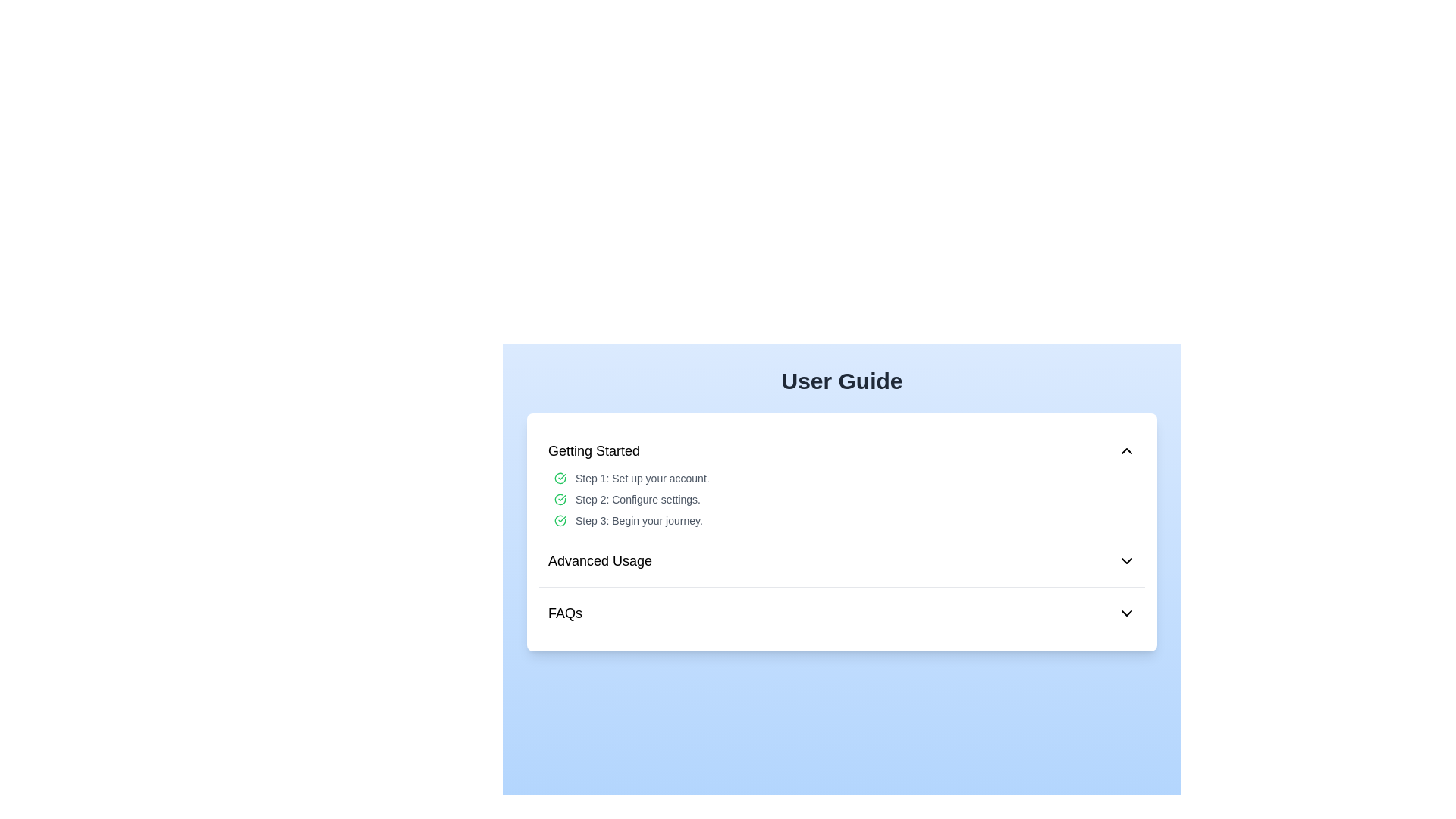 The width and height of the screenshot is (1456, 819). I want to click on the state or color of the completion icon located in the middle-left section of the interface, adjacent to the second step in the 'Getting Started' list, so click(560, 479).